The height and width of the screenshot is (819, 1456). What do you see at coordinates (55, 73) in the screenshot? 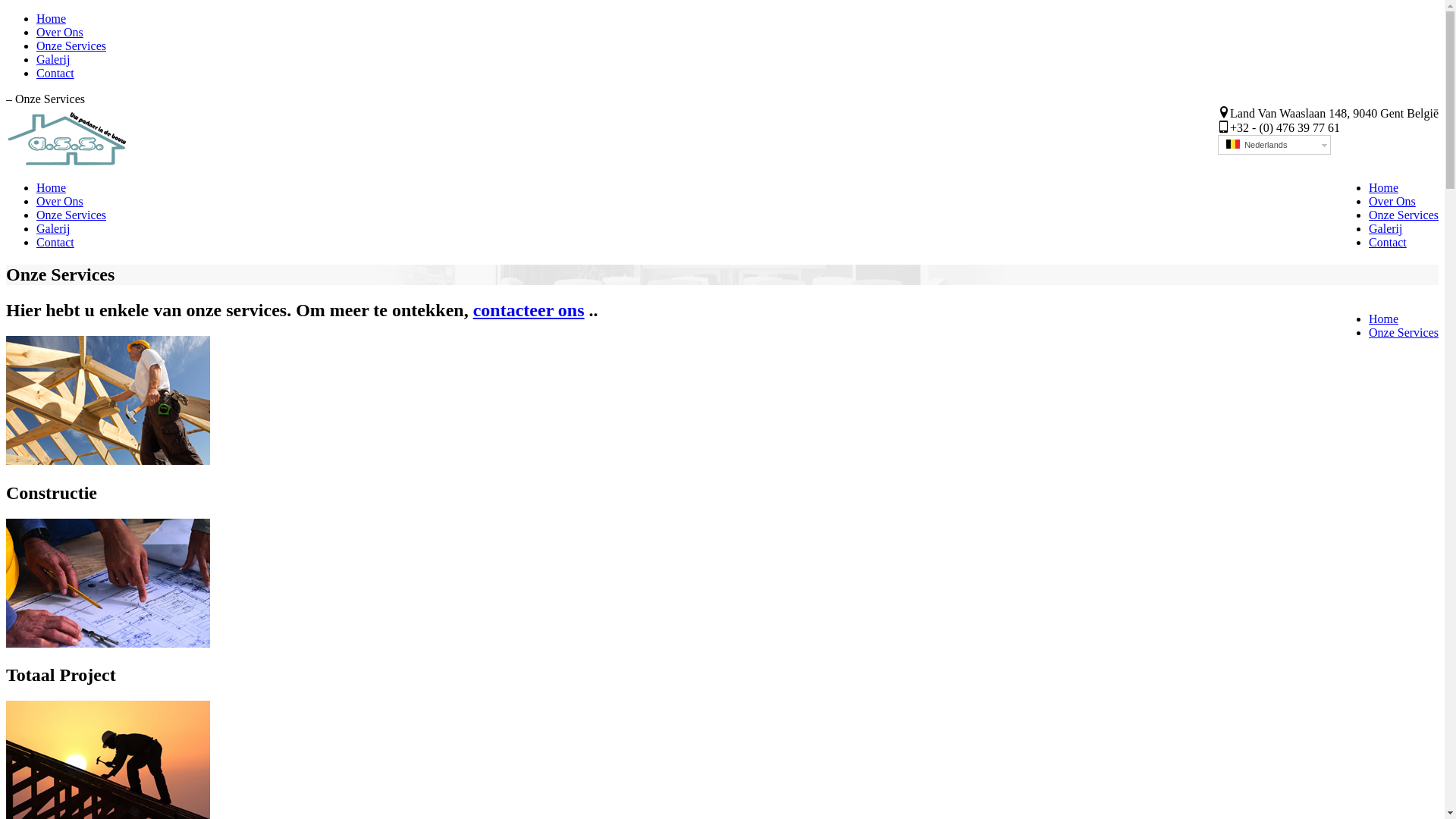
I see `'Contact'` at bounding box center [55, 73].